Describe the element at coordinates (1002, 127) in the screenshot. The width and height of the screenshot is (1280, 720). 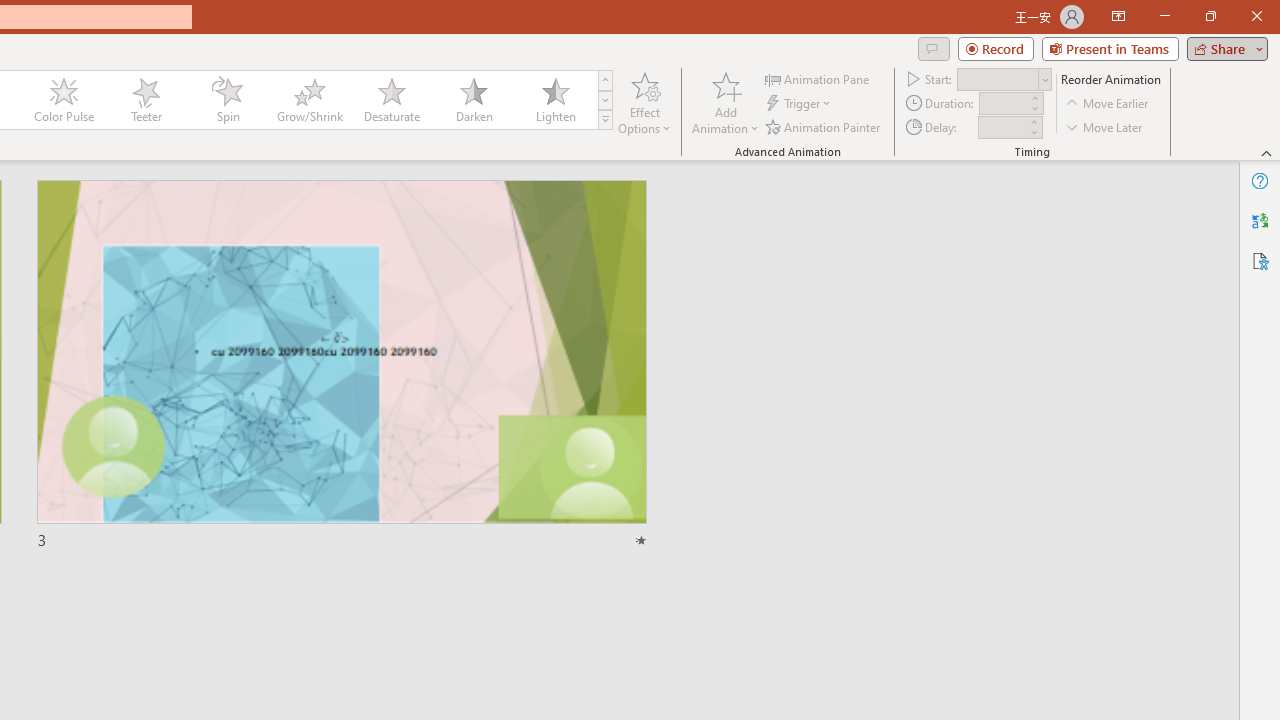
I see `'Animation Delay'` at that location.